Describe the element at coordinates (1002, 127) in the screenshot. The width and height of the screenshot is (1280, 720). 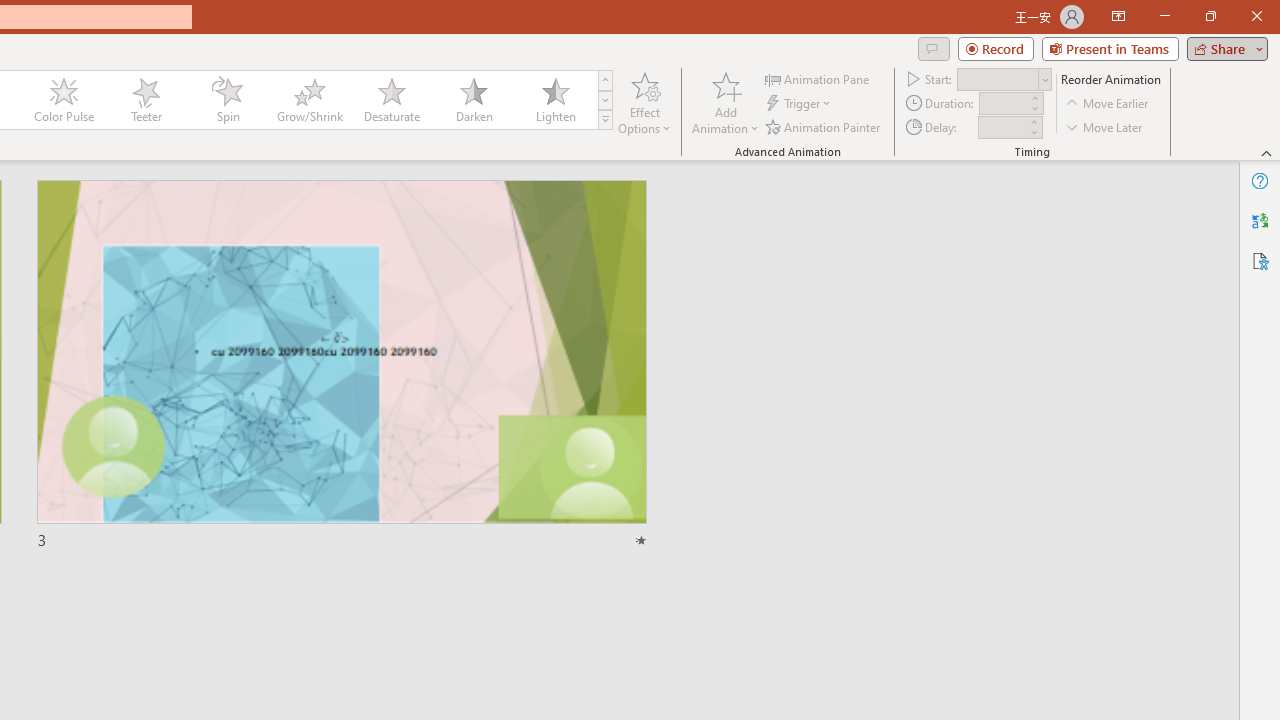
I see `'Animation Delay'` at that location.